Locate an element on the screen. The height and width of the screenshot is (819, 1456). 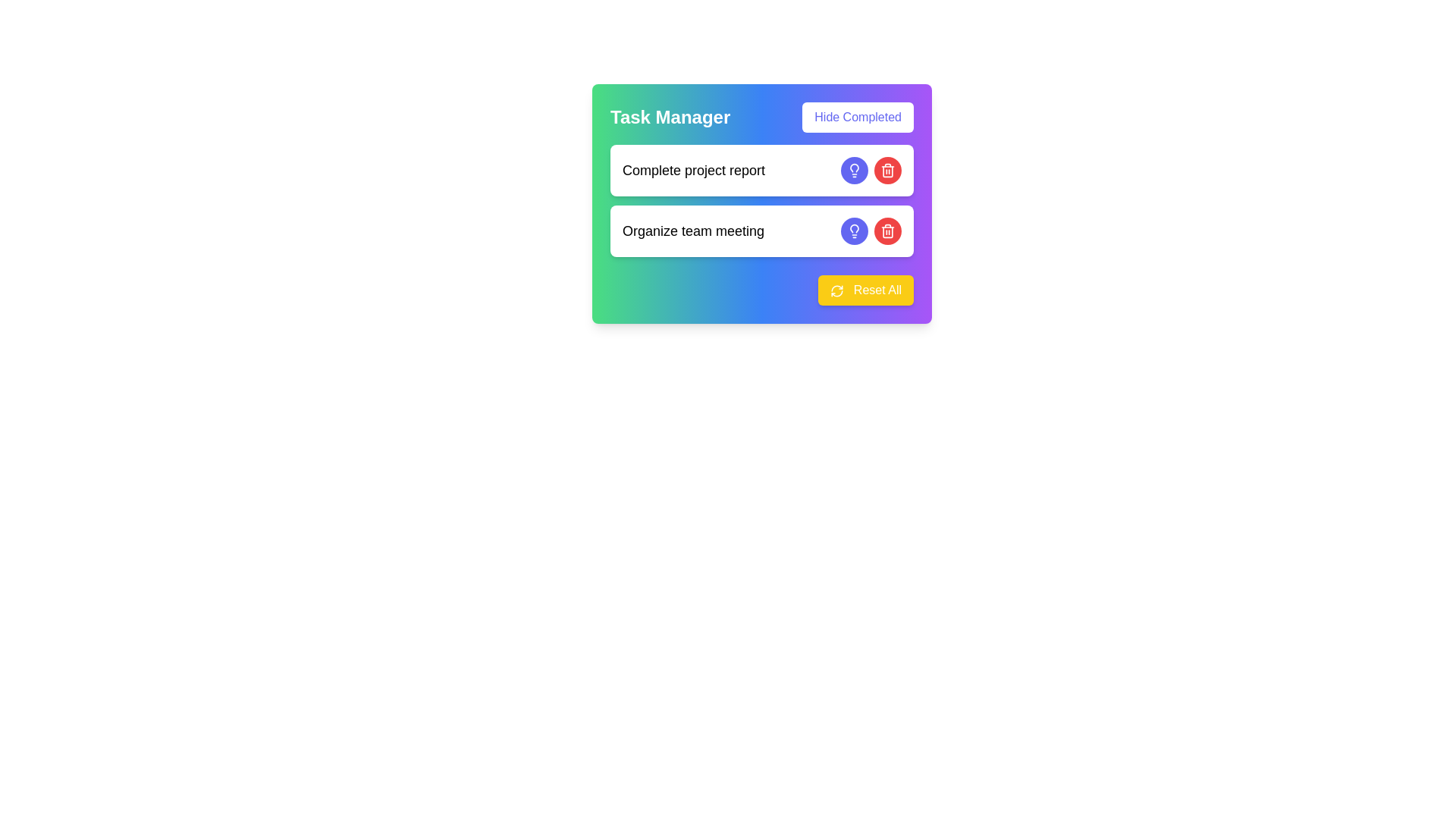
the Icon embedded in the button located in the second task's action buttons next to the 'Organize team meeting' text is located at coordinates (855, 170).